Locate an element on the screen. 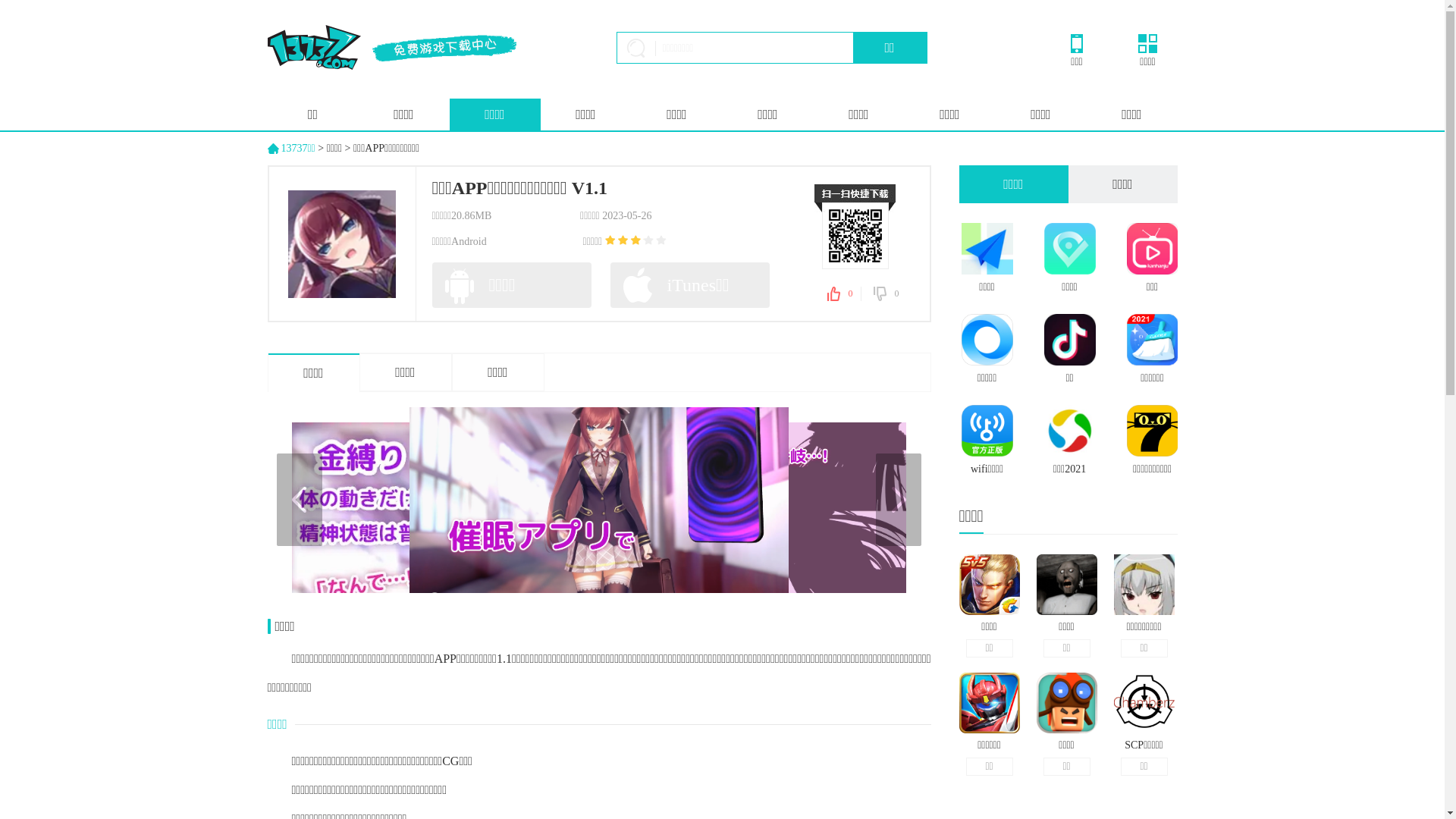 This screenshot has height=819, width=1456. '0' is located at coordinates (886, 293).